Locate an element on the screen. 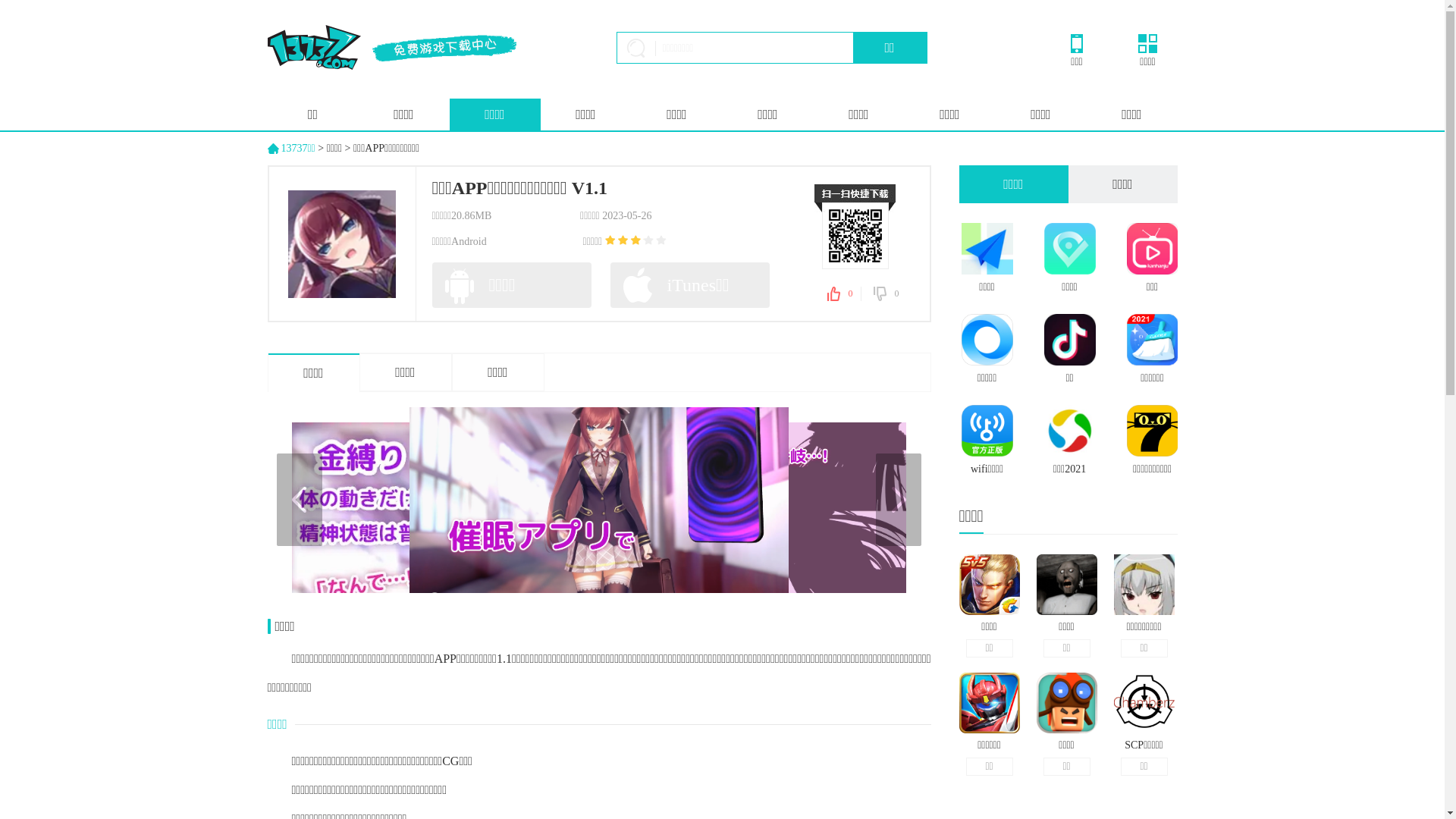 This screenshot has height=819, width=1456. '0' is located at coordinates (886, 293).